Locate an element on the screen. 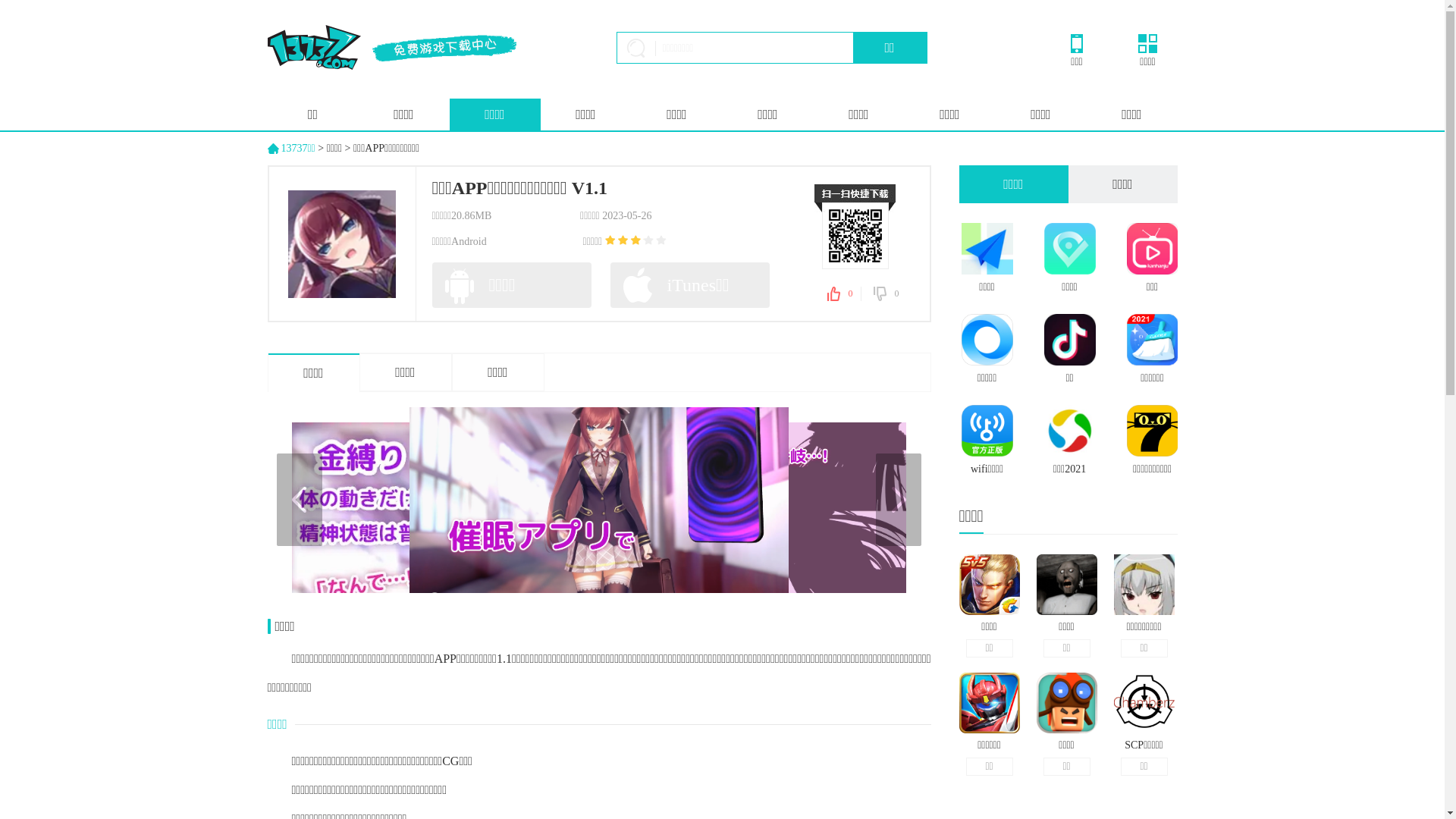 This screenshot has height=819, width=1456. '0' is located at coordinates (886, 293).